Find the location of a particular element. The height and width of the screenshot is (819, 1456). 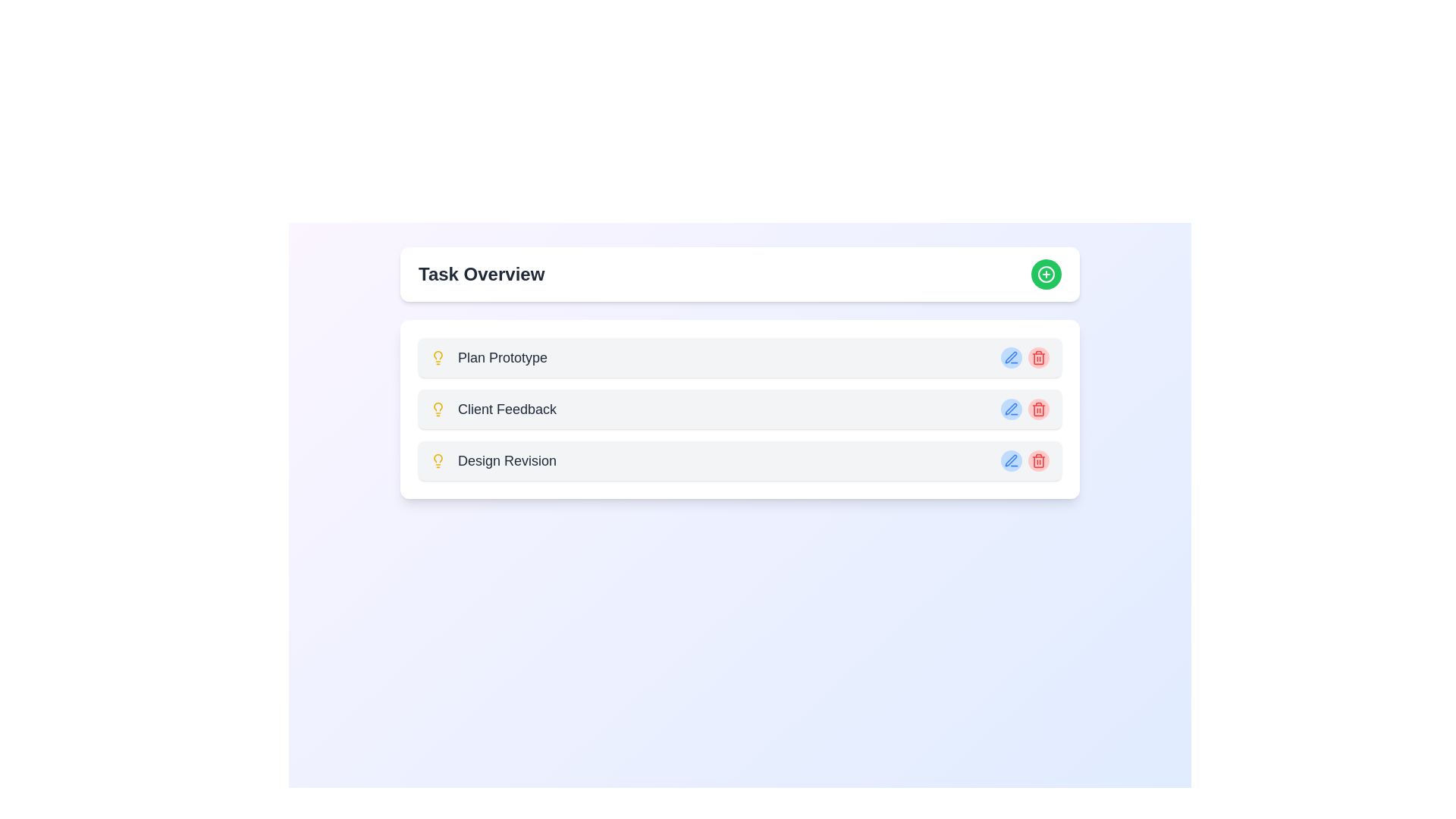

the composite UI component containing the pen and trash buttons located in the 'Client Feedback' row is located at coordinates (1025, 409).